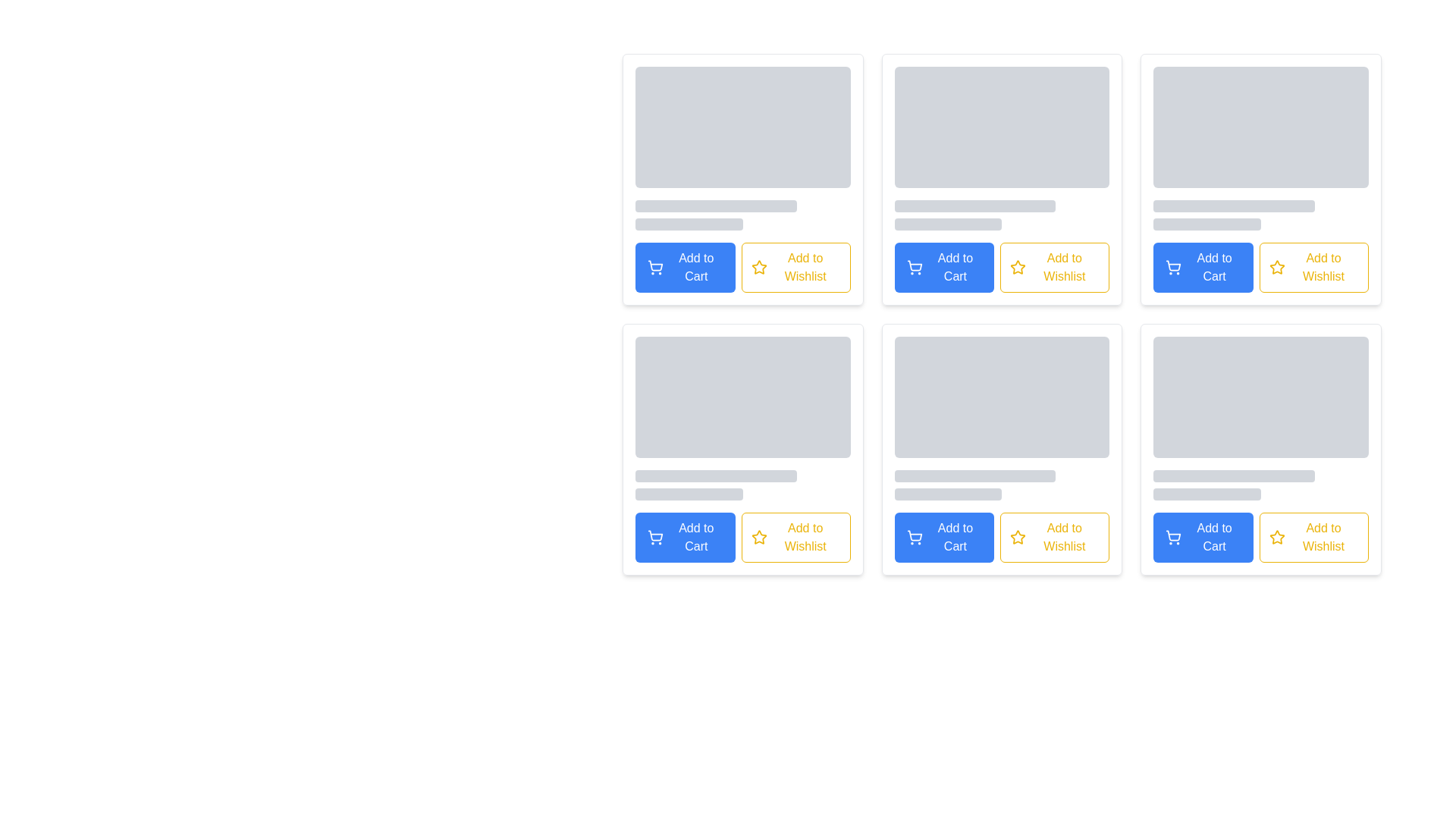  What do you see at coordinates (655, 267) in the screenshot?
I see `the add item to shopping cart icon inside the blue 'Add to Cart' button` at bounding box center [655, 267].